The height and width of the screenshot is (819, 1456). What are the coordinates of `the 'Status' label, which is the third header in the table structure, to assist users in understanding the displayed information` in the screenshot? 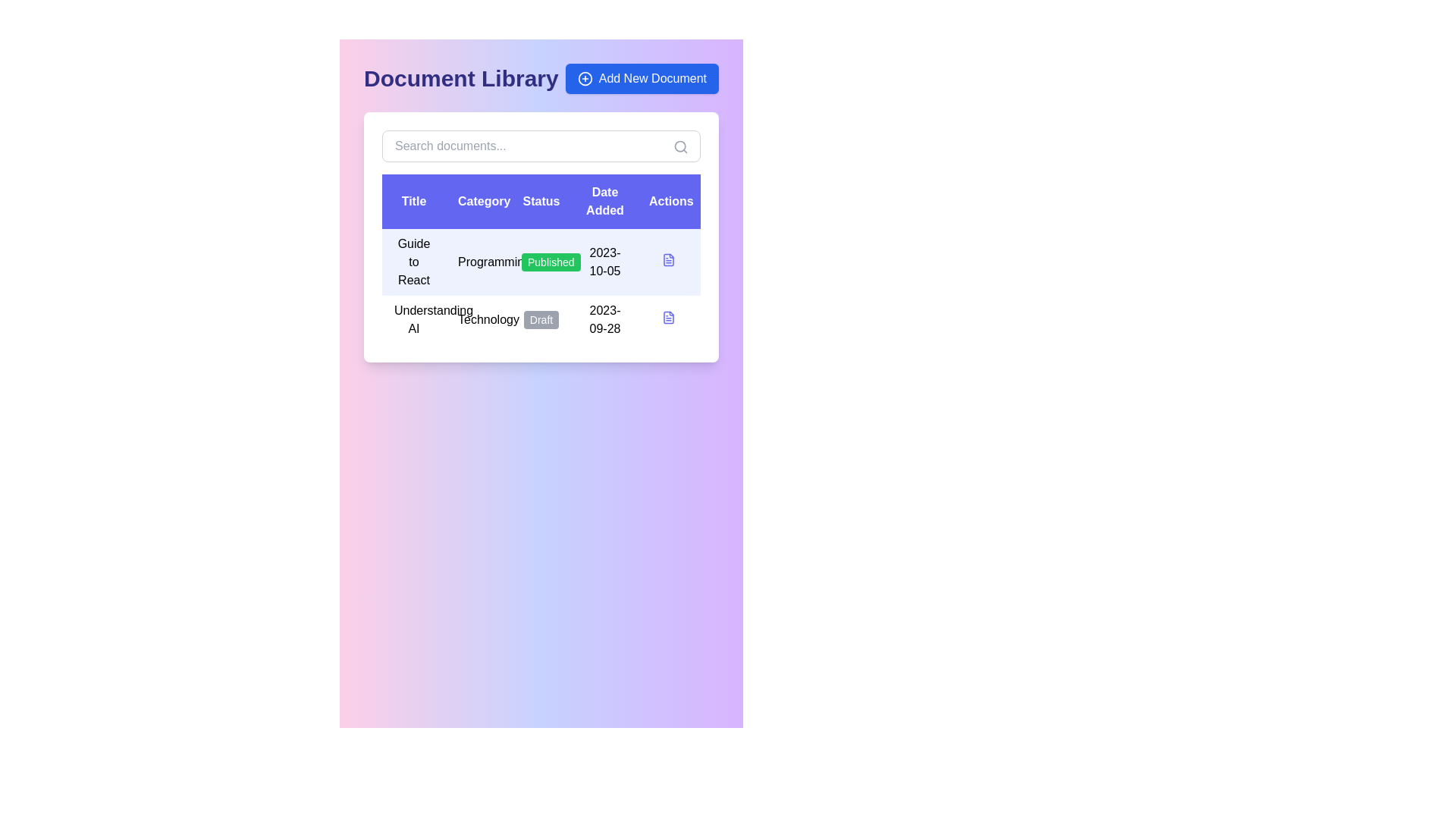 It's located at (541, 201).